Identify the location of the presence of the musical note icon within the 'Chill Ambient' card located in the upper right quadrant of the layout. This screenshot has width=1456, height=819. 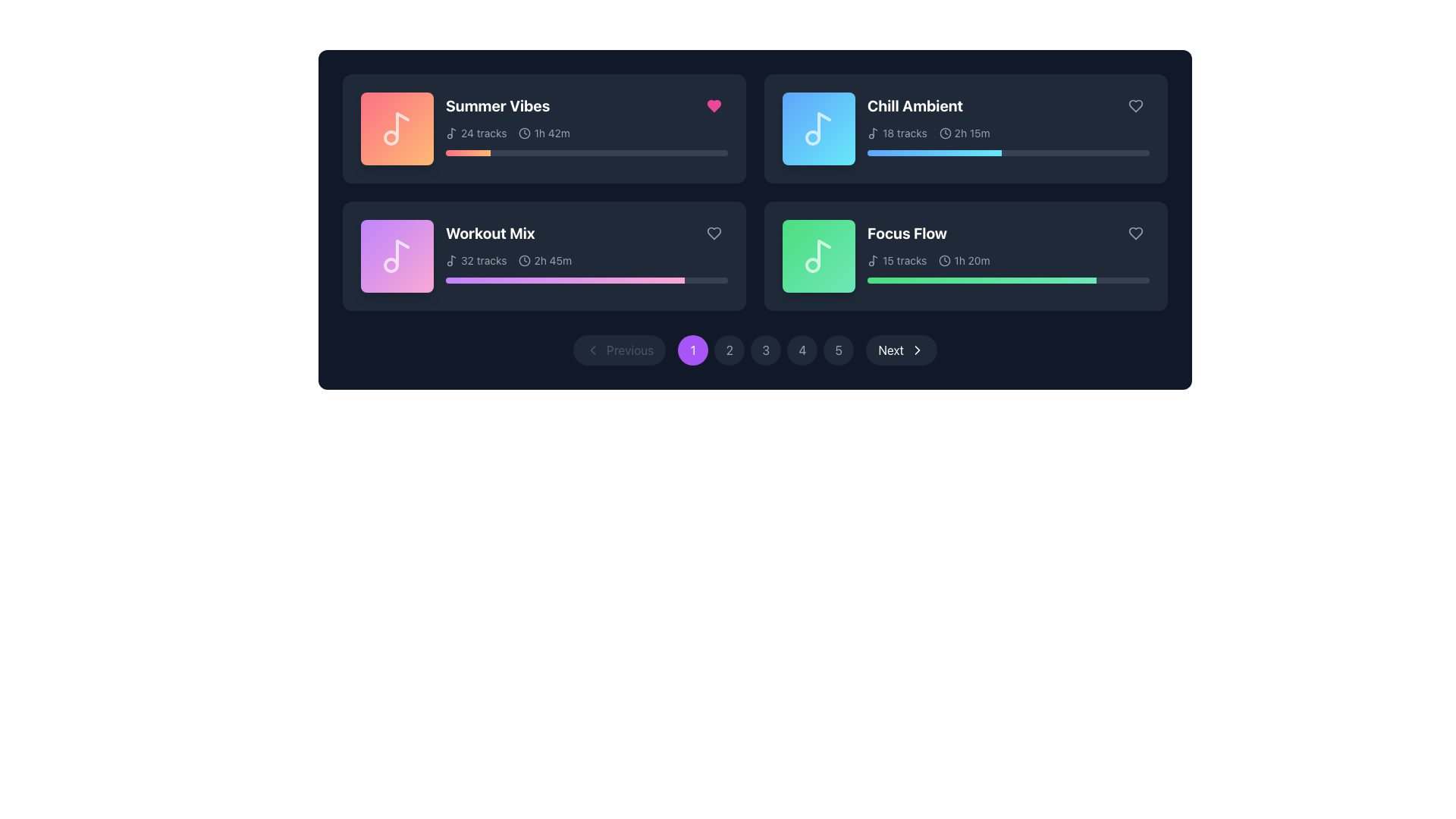
(875, 131).